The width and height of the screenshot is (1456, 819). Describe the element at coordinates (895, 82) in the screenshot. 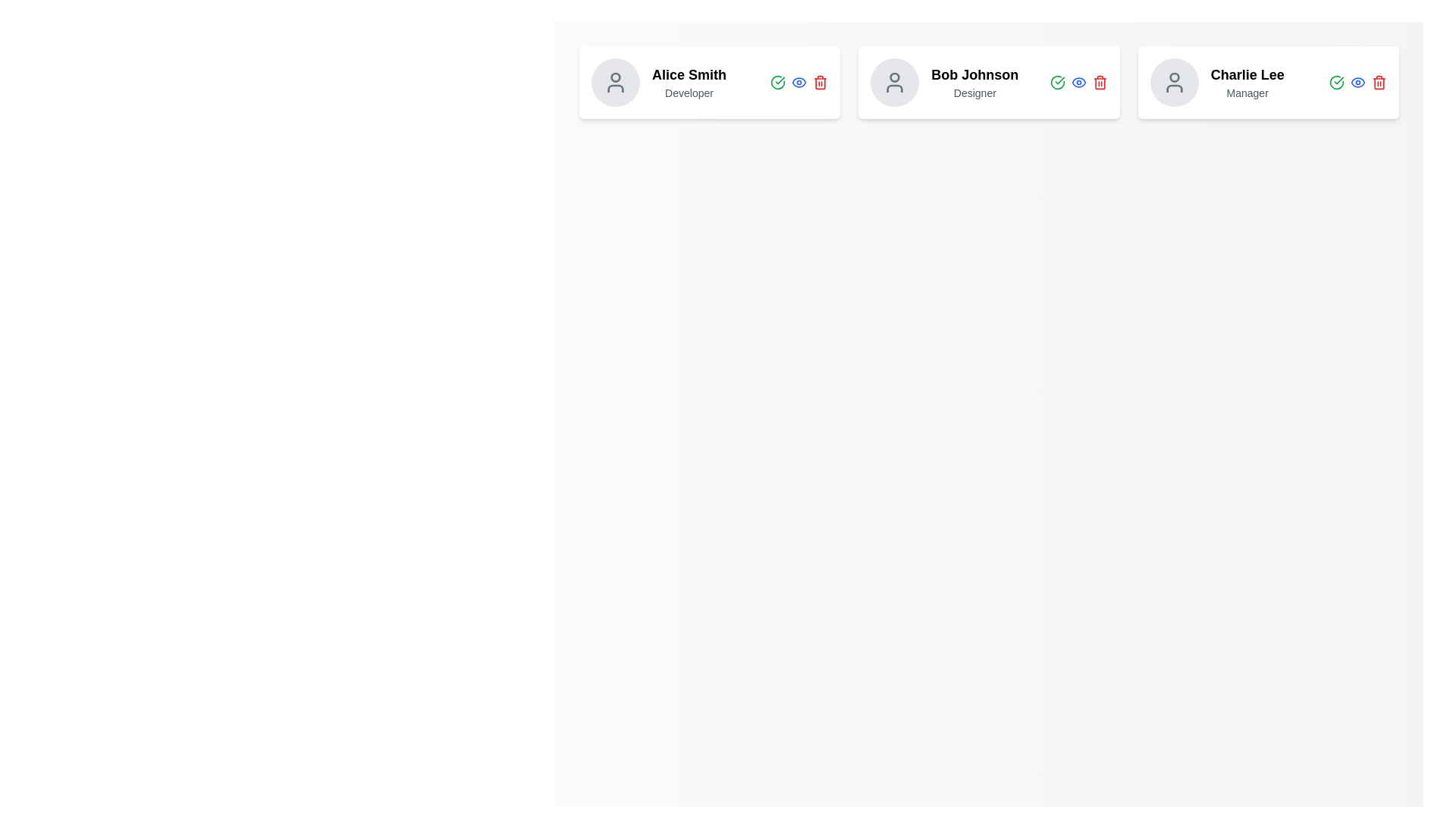

I see `the circular Avatar icon with a gray background that displays a user avatar symbol, positioned at the top-left corner of the card about Bob Johnson` at that location.